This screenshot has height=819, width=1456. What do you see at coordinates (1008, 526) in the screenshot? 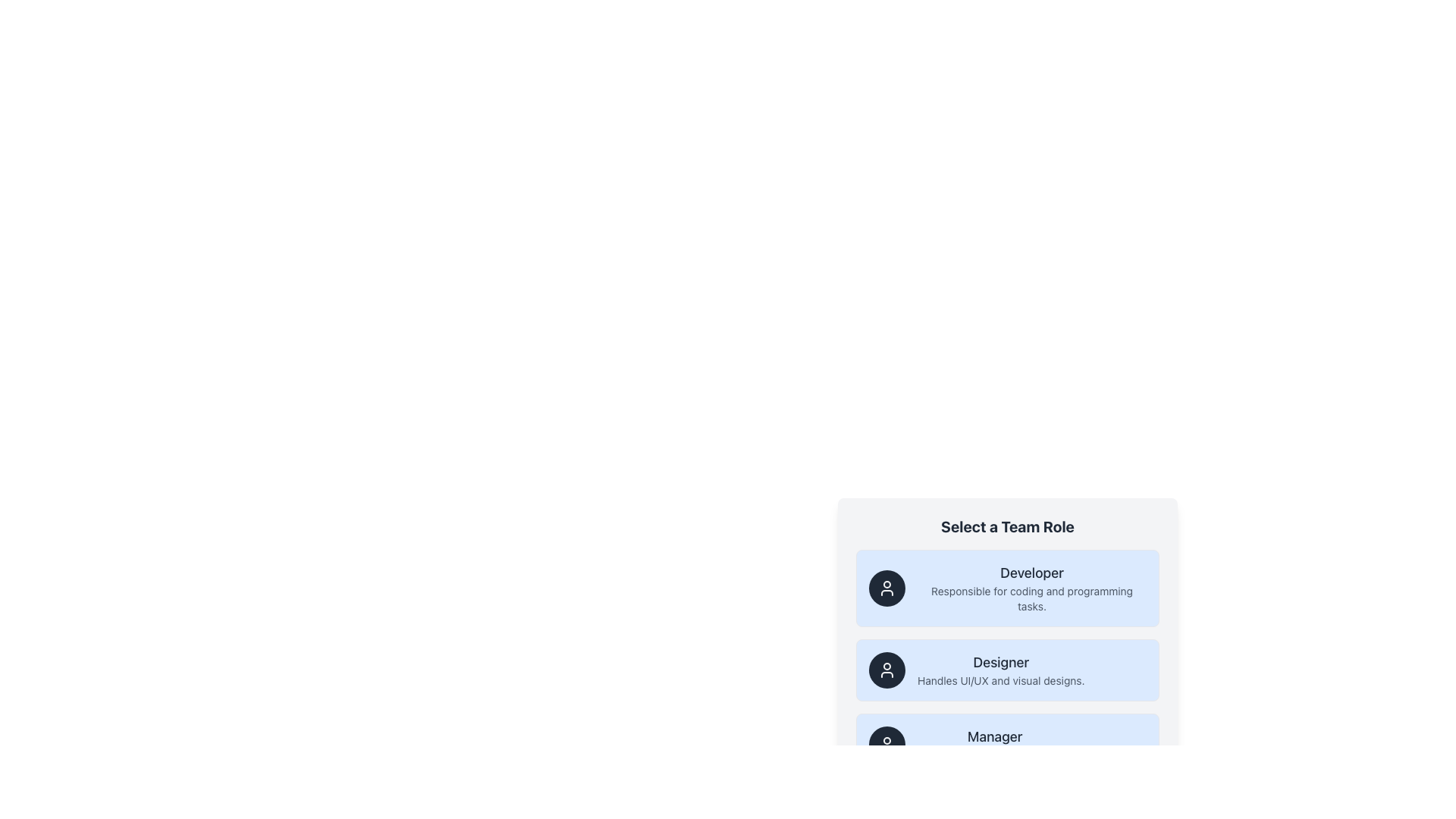
I see `the header that introduces and labels the section containing team role options, located at the top of the section with selectable roles like 'Developer', 'Designer', and 'Manager'` at bounding box center [1008, 526].